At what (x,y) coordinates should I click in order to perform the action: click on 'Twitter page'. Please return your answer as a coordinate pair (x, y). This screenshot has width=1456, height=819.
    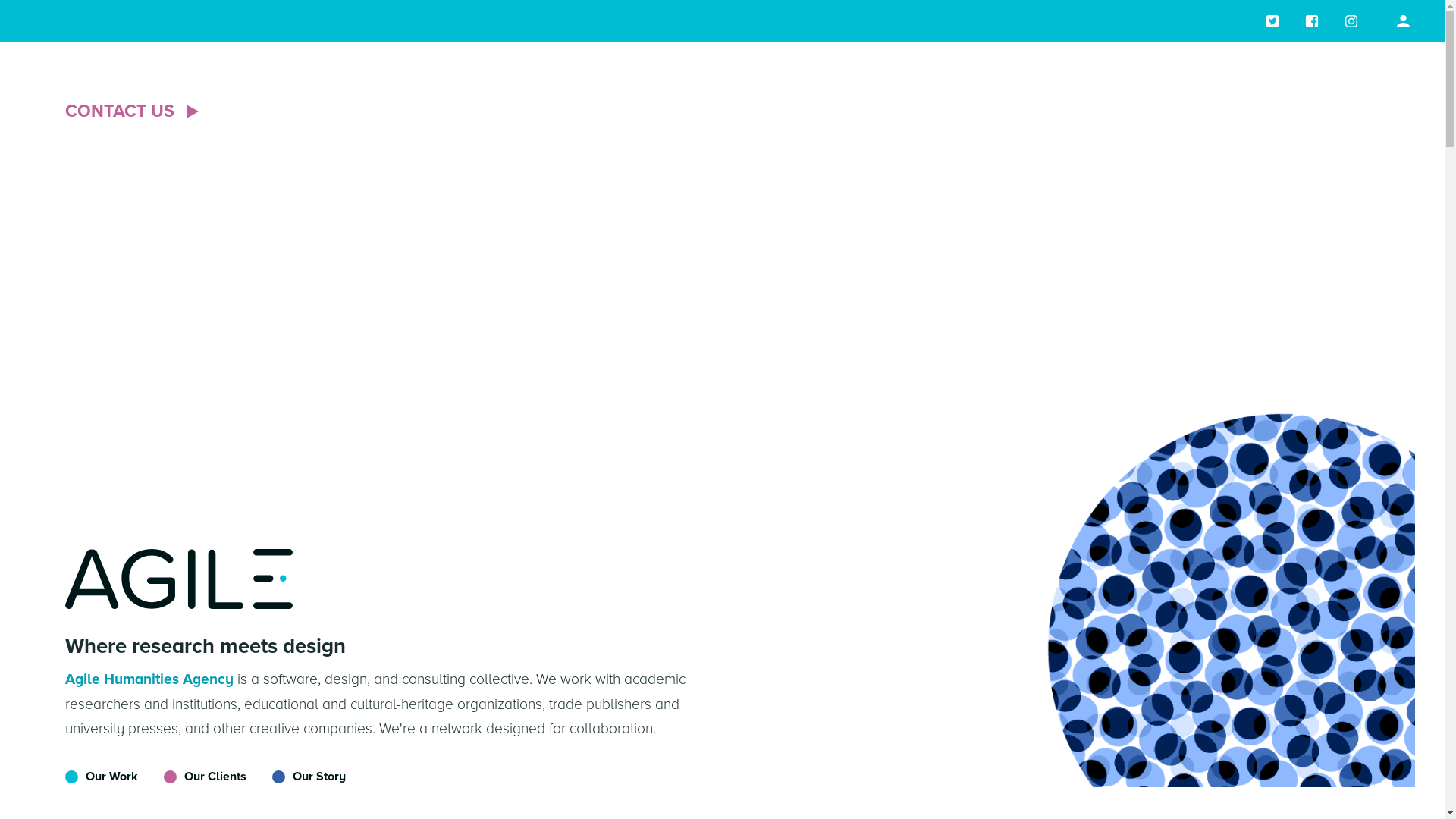
    Looking at the image, I should click on (1272, 20).